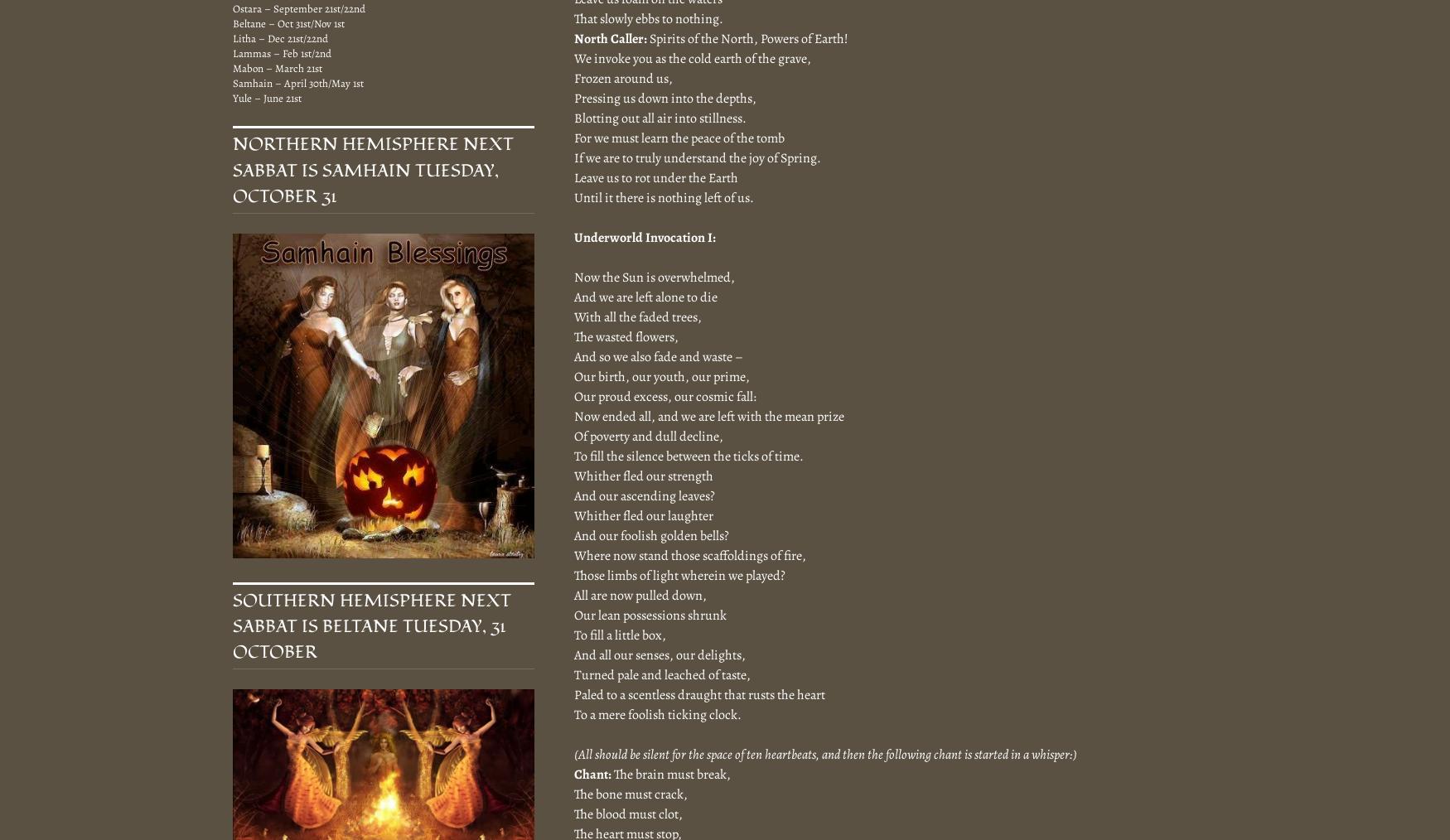 Image resolution: width=1450 pixels, height=840 pixels. What do you see at coordinates (825, 752) in the screenshot?
I see `'(All should be silent for the space of ten heartbeats, and then the following chant is started in a whisper:)'` at bounding box center [825, 752].